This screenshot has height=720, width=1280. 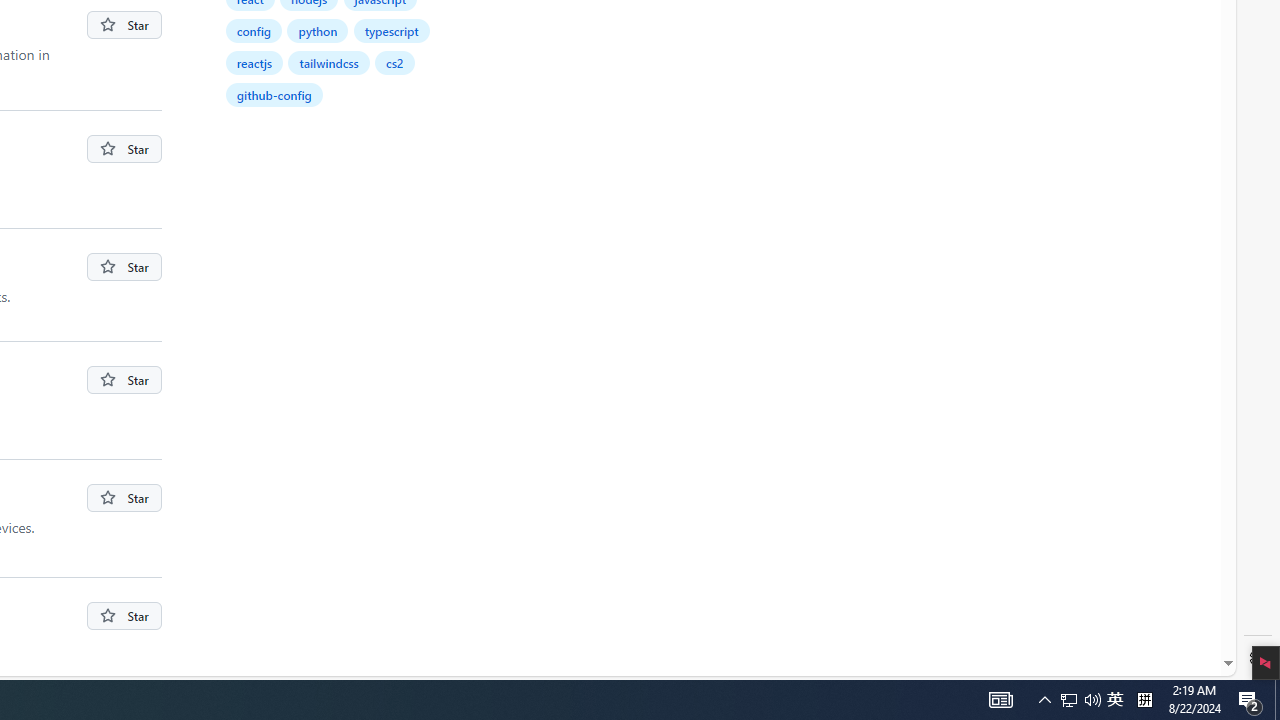 What do you see at coordinates (253, 61) in the screenshot?
I see `'reactjs'` at bounding box center [253, 61].